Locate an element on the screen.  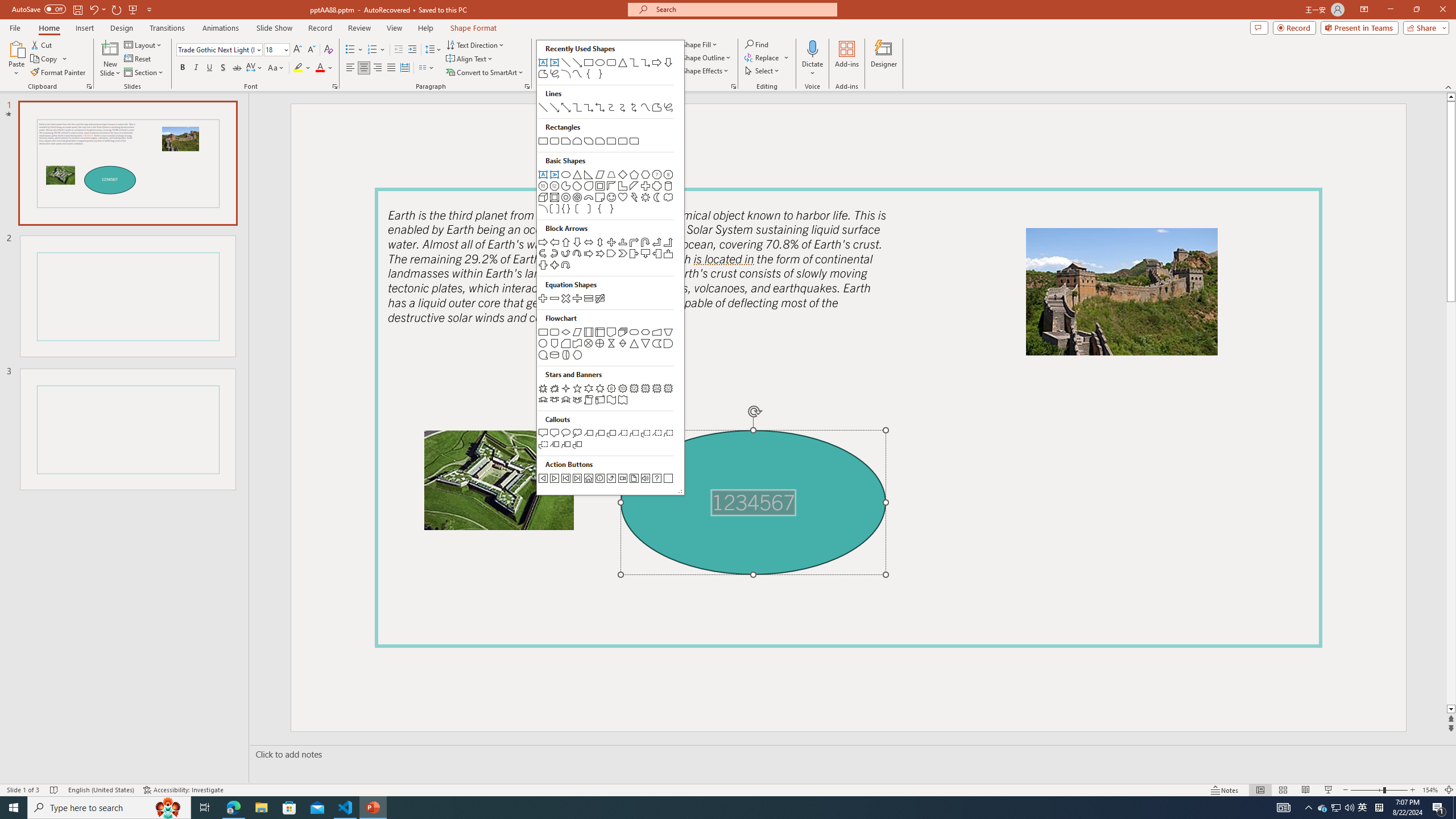
'Class: Net UI Tool Window' is located at coordinates (610, 267).